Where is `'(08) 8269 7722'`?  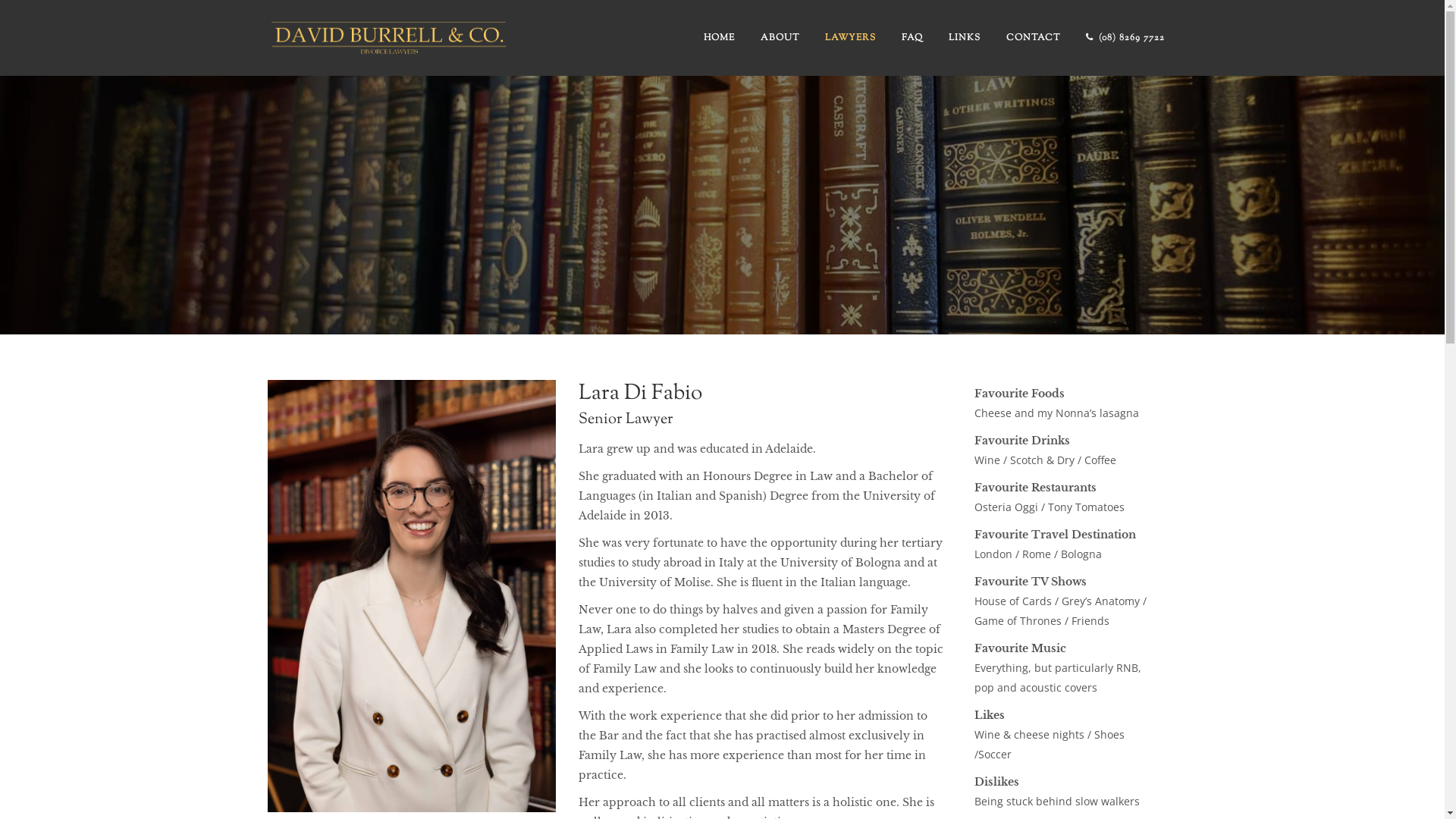 '(08) 8269 7722' is located at coordinates (1125, 37).